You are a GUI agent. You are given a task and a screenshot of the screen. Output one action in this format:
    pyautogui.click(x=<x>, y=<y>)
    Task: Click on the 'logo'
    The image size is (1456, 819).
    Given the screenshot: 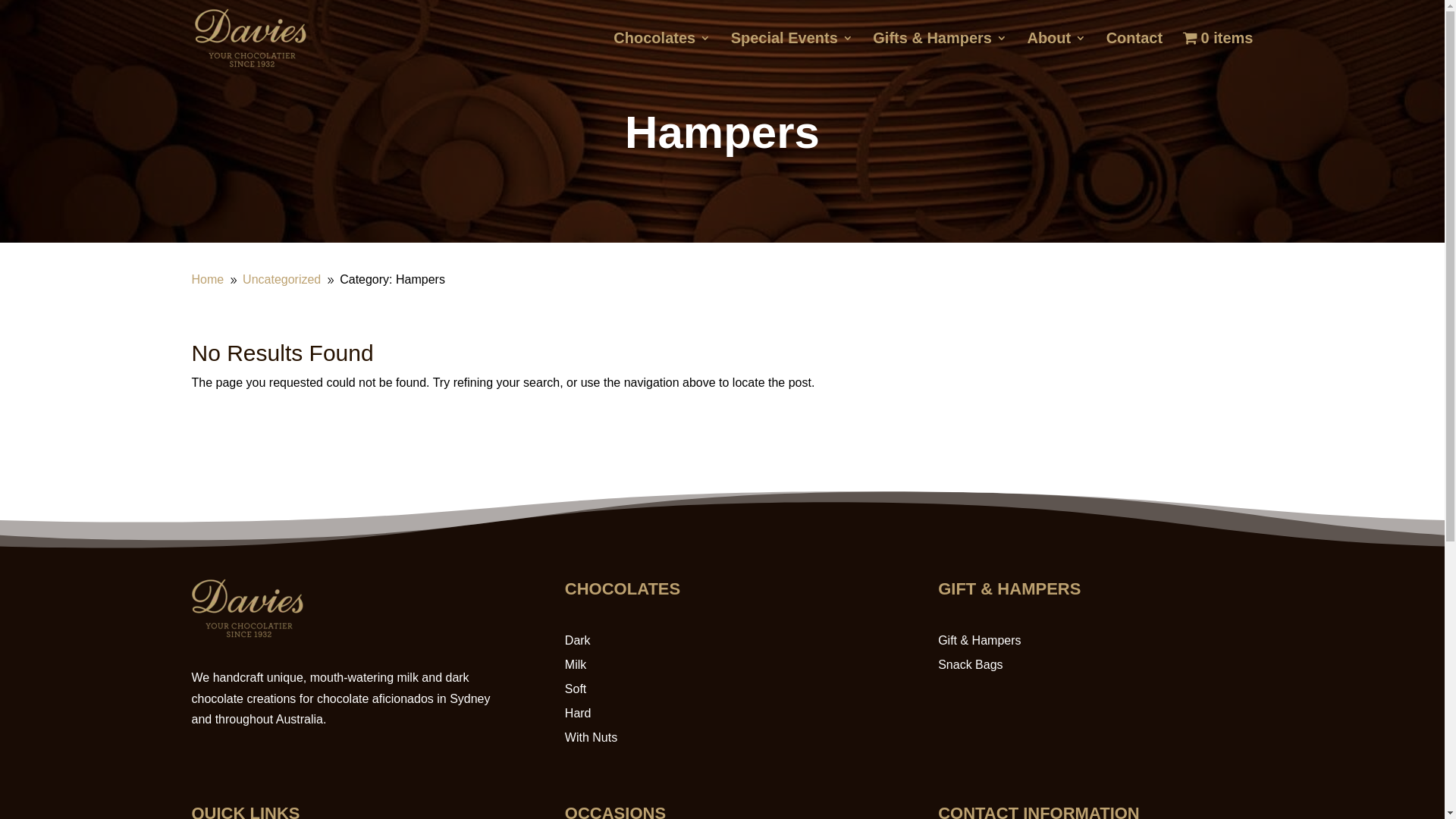 What is the action you would take?
    pyautogui.click(x=246, y=634)
    